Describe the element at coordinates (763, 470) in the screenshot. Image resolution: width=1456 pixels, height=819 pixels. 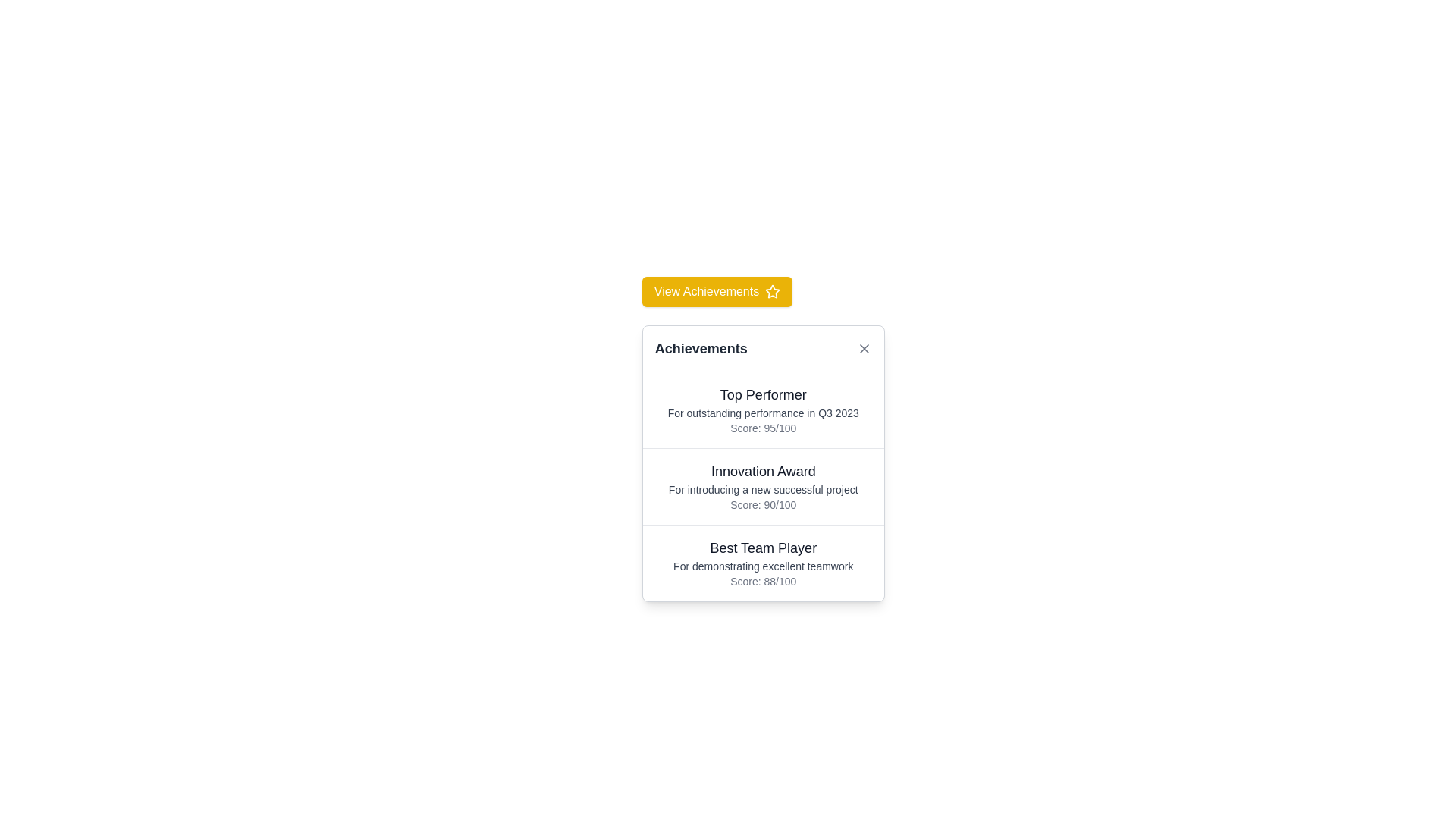
I see `the Text Label that identifies the specific award in the 'Achievements' pop-up interface, located in the second section of a vertically stacked list` at that location.